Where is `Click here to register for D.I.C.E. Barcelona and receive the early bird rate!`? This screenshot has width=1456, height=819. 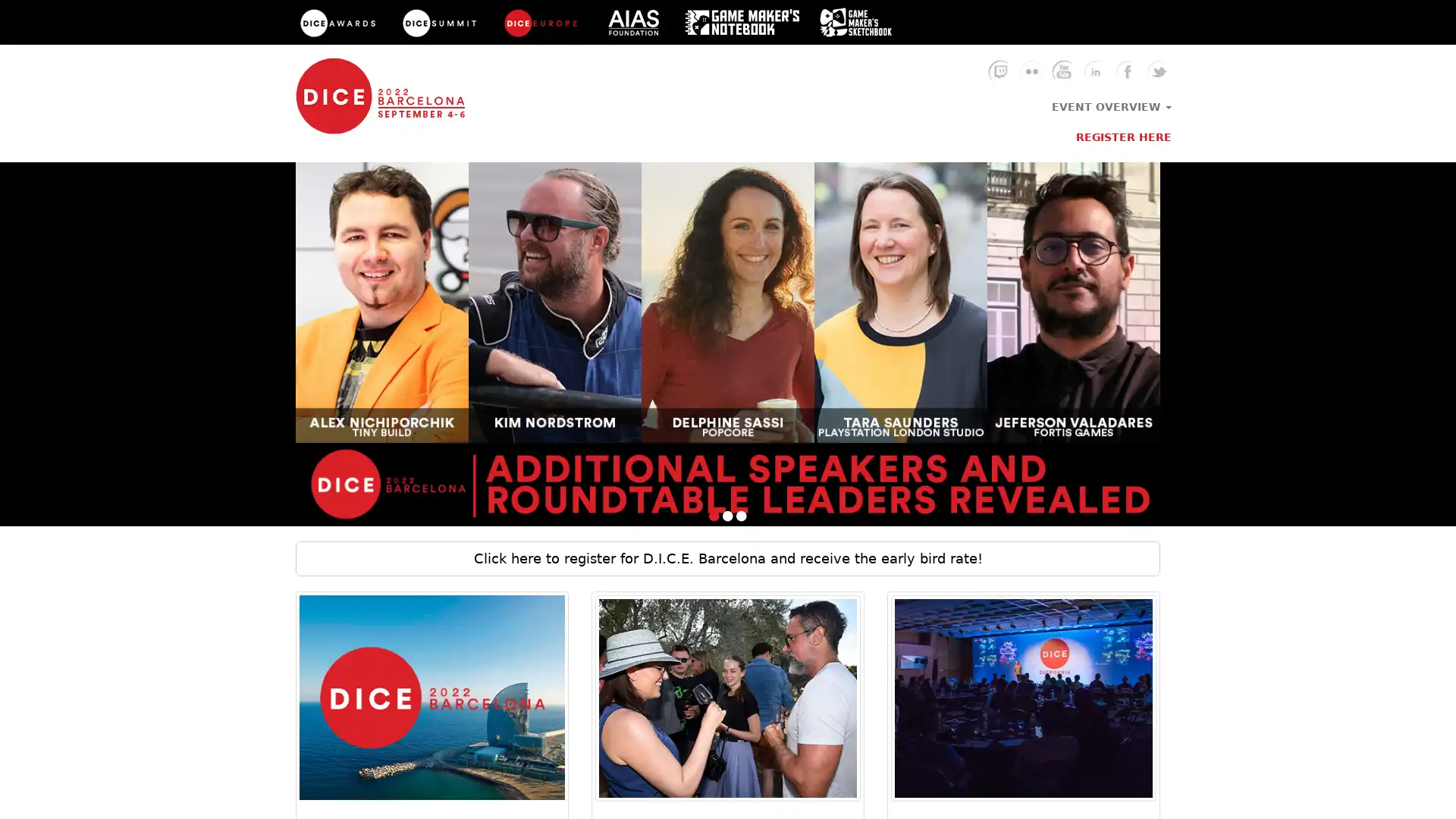
Click here to register for D.I.C.E. Barcelona and receive the early bird rate! is located at coordinates (728, 558).